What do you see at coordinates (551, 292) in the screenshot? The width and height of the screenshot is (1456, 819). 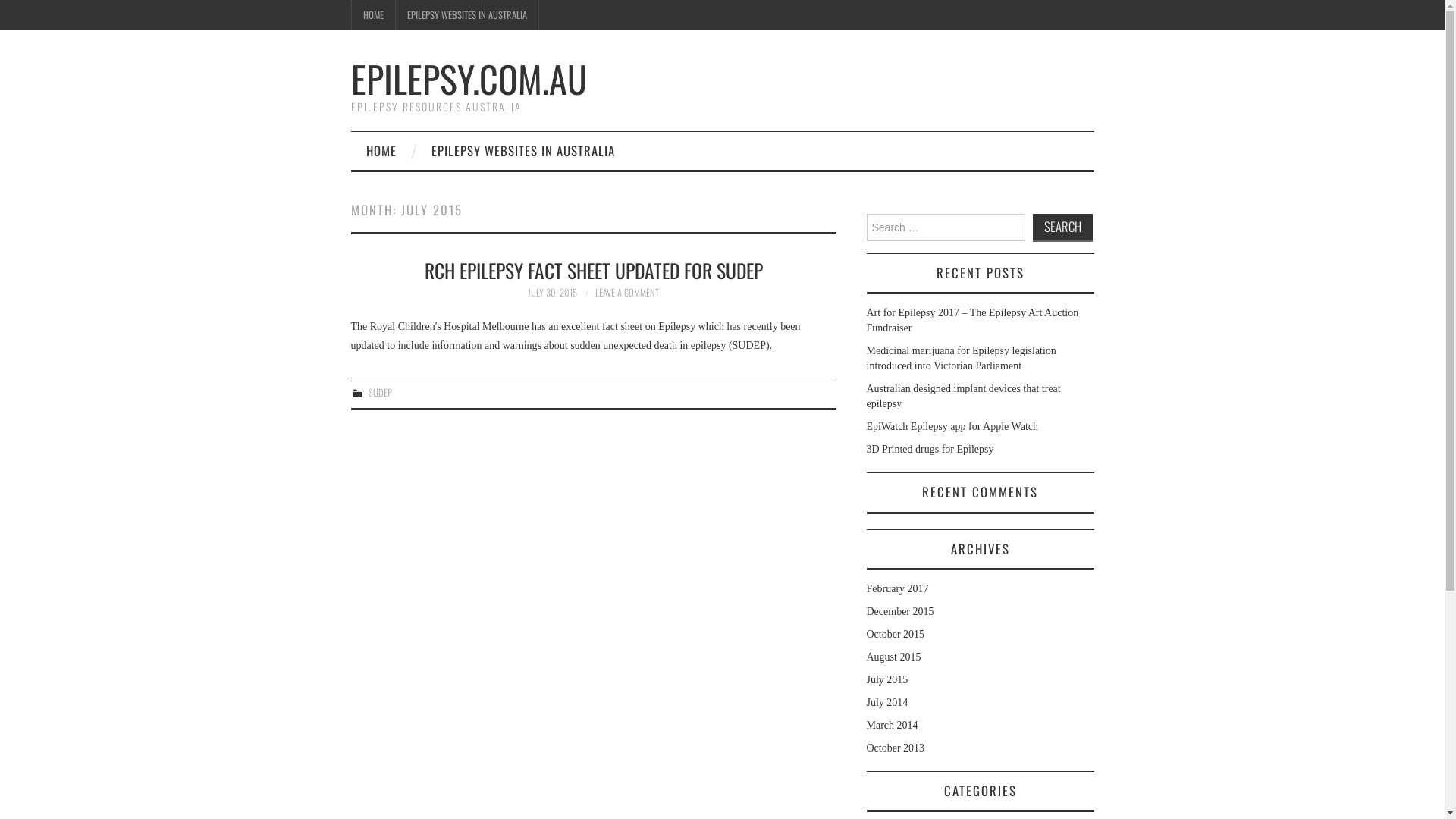 I see `'JULY 30, 2015'` at bounding box center [551, 292].